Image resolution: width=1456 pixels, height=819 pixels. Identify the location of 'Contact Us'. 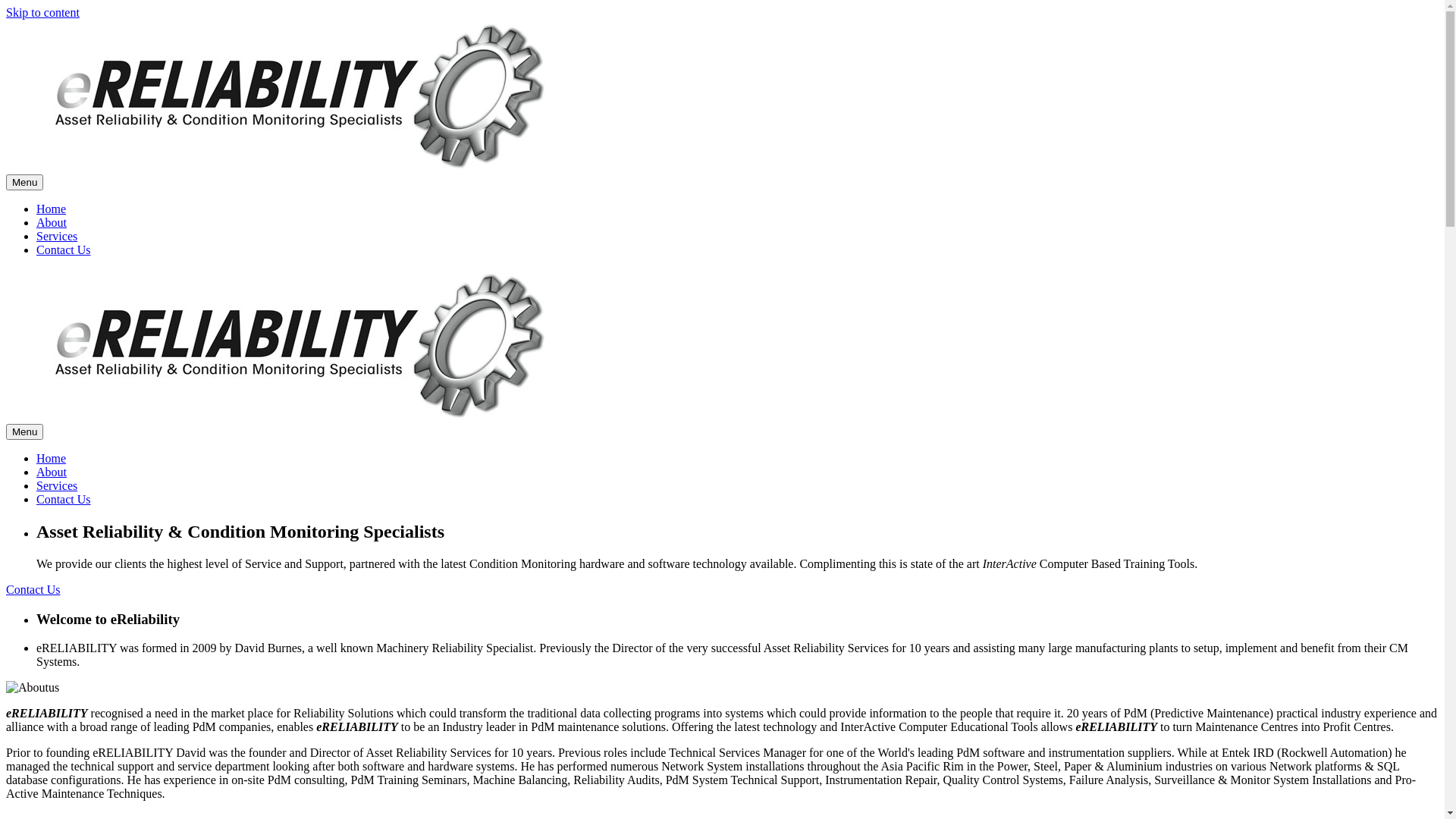
(62, 499).